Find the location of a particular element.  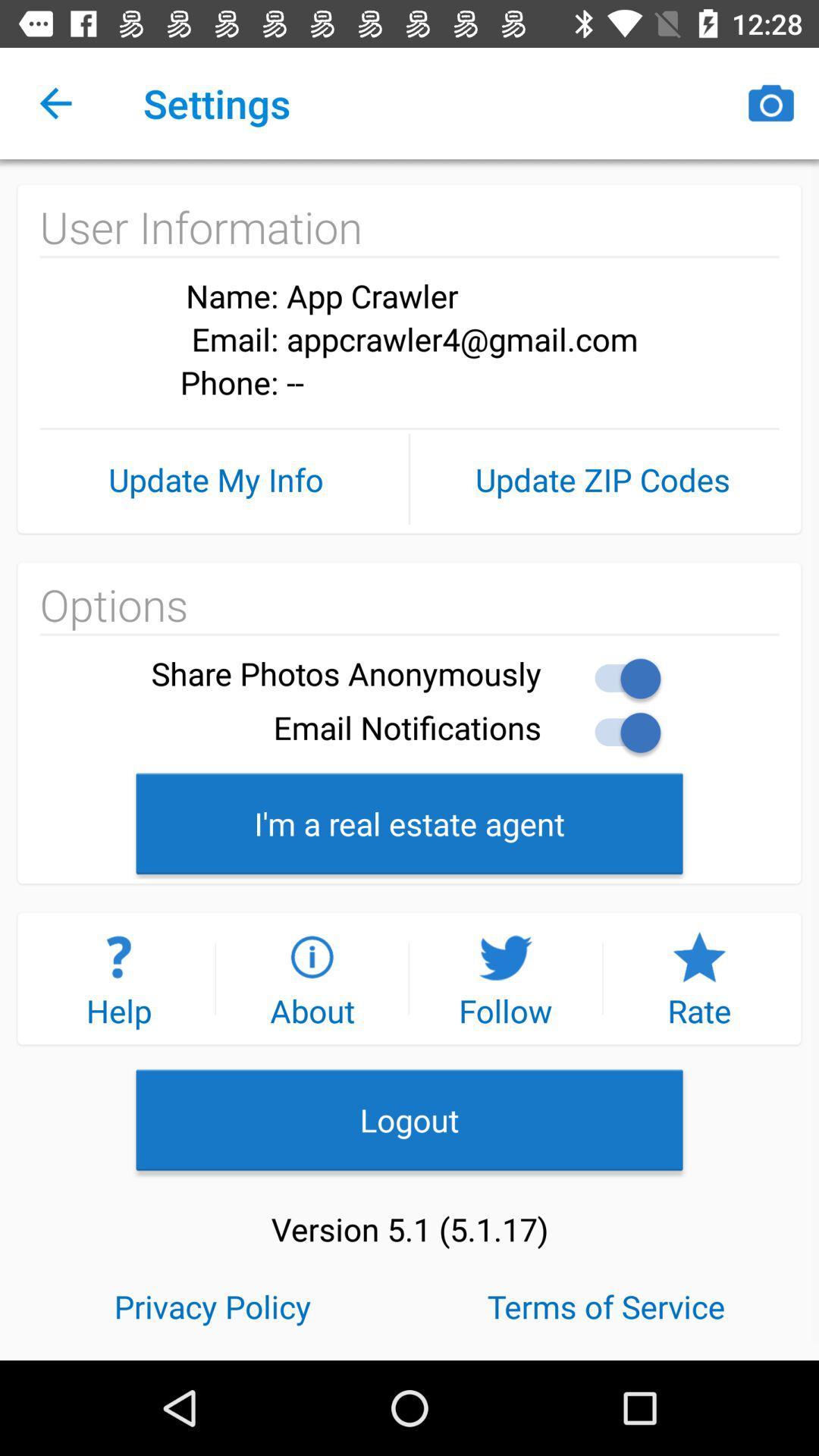

item above the version 5 1 icon is located at coordinates (409, 1119).